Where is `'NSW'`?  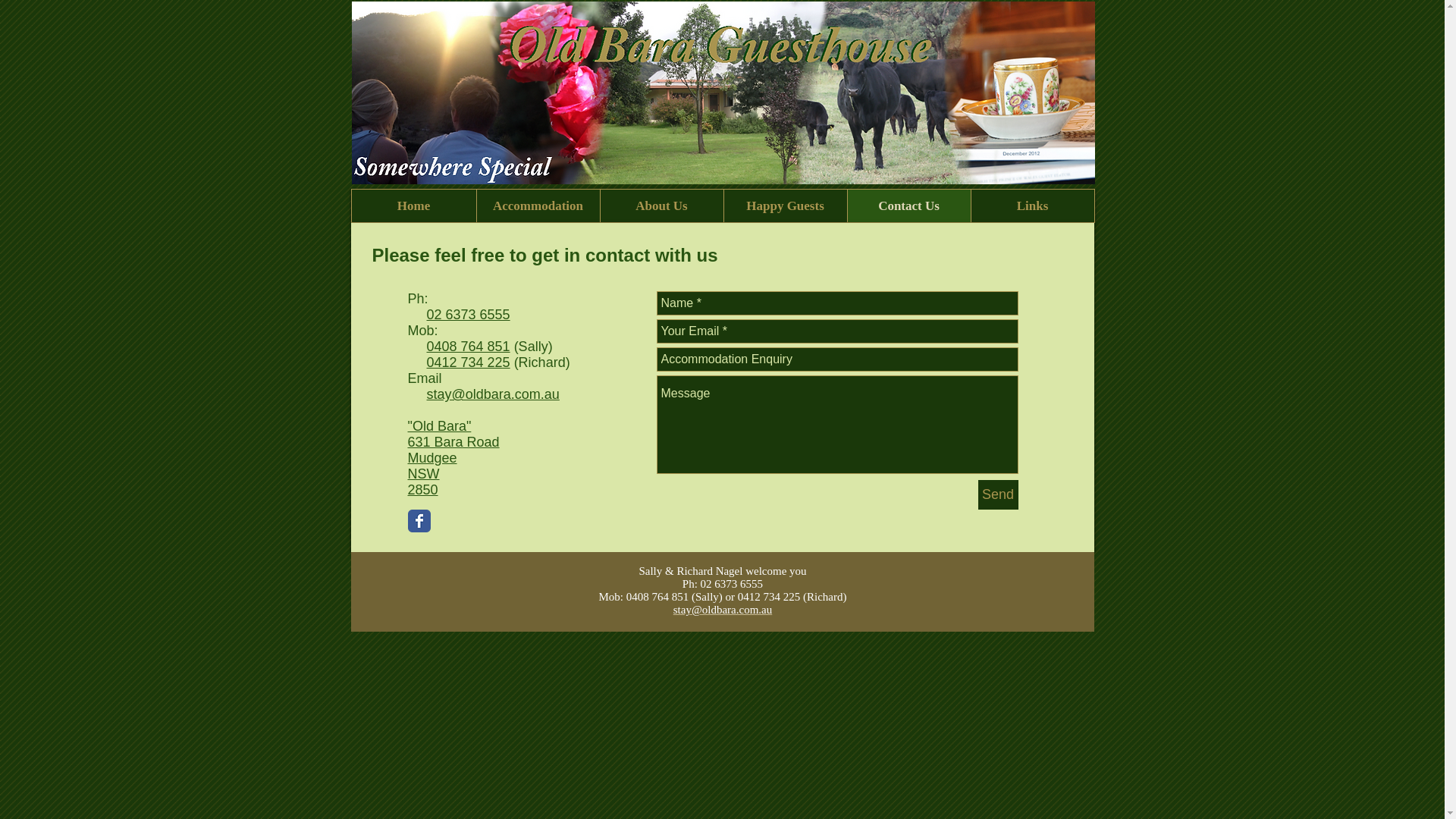 'NSW' is located at coordinates (423, 472).